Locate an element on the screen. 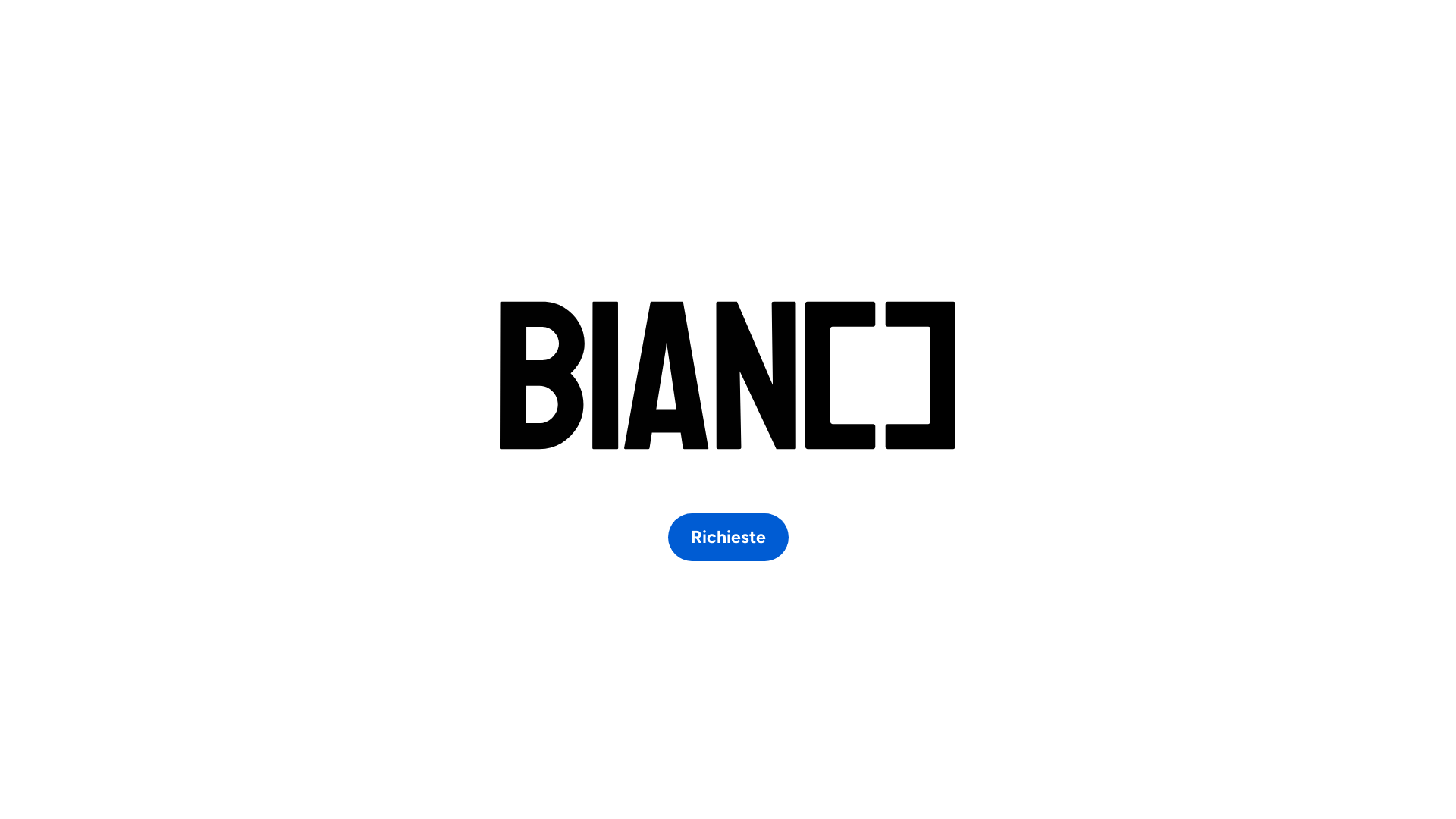  'Richieste' is located at coordinates (726, 536).